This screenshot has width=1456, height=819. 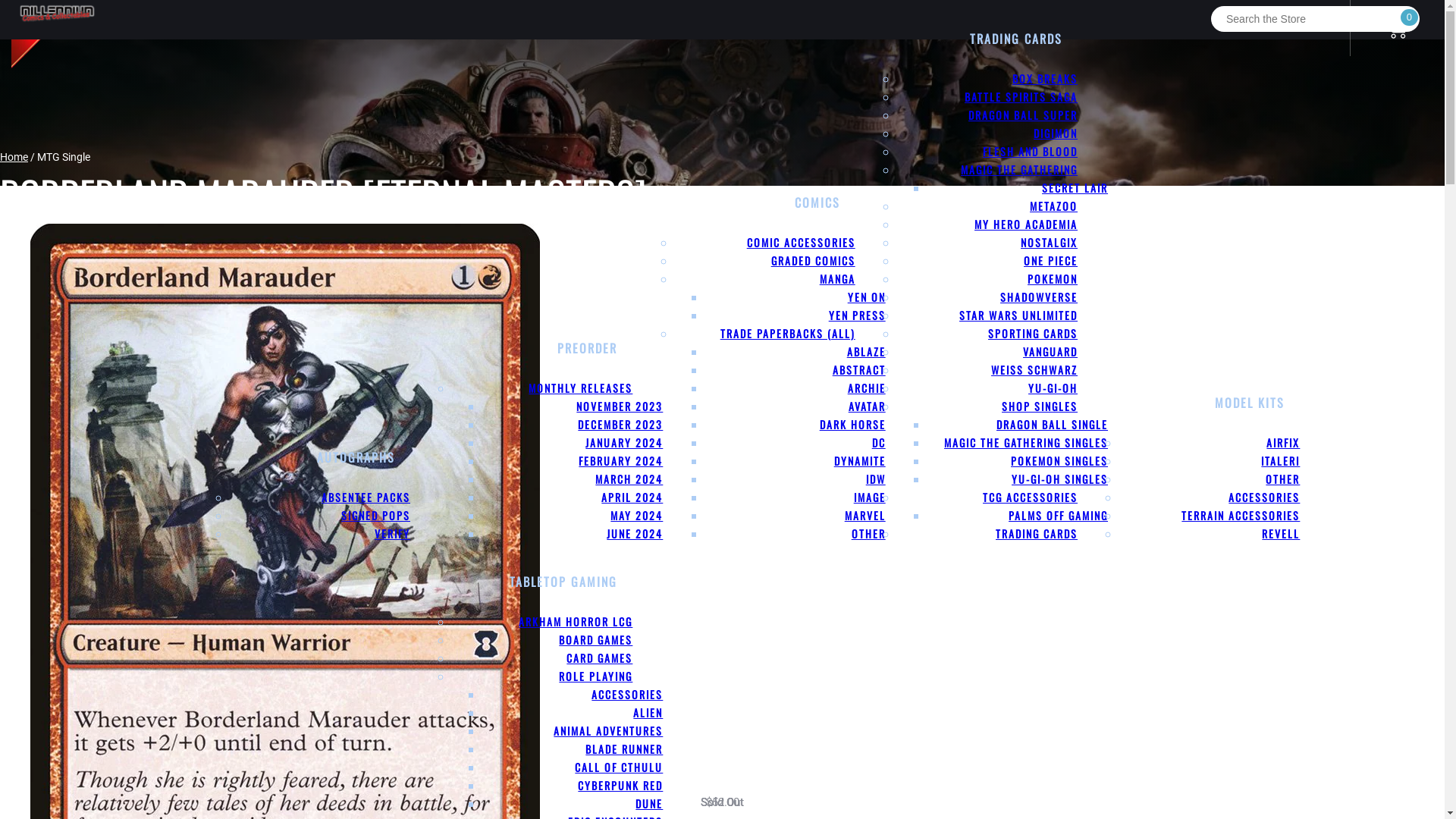 What do you see at coordinates (854, 497) in the screenshot?
I see `'IMAGE'` at bounding box center [854, 497].